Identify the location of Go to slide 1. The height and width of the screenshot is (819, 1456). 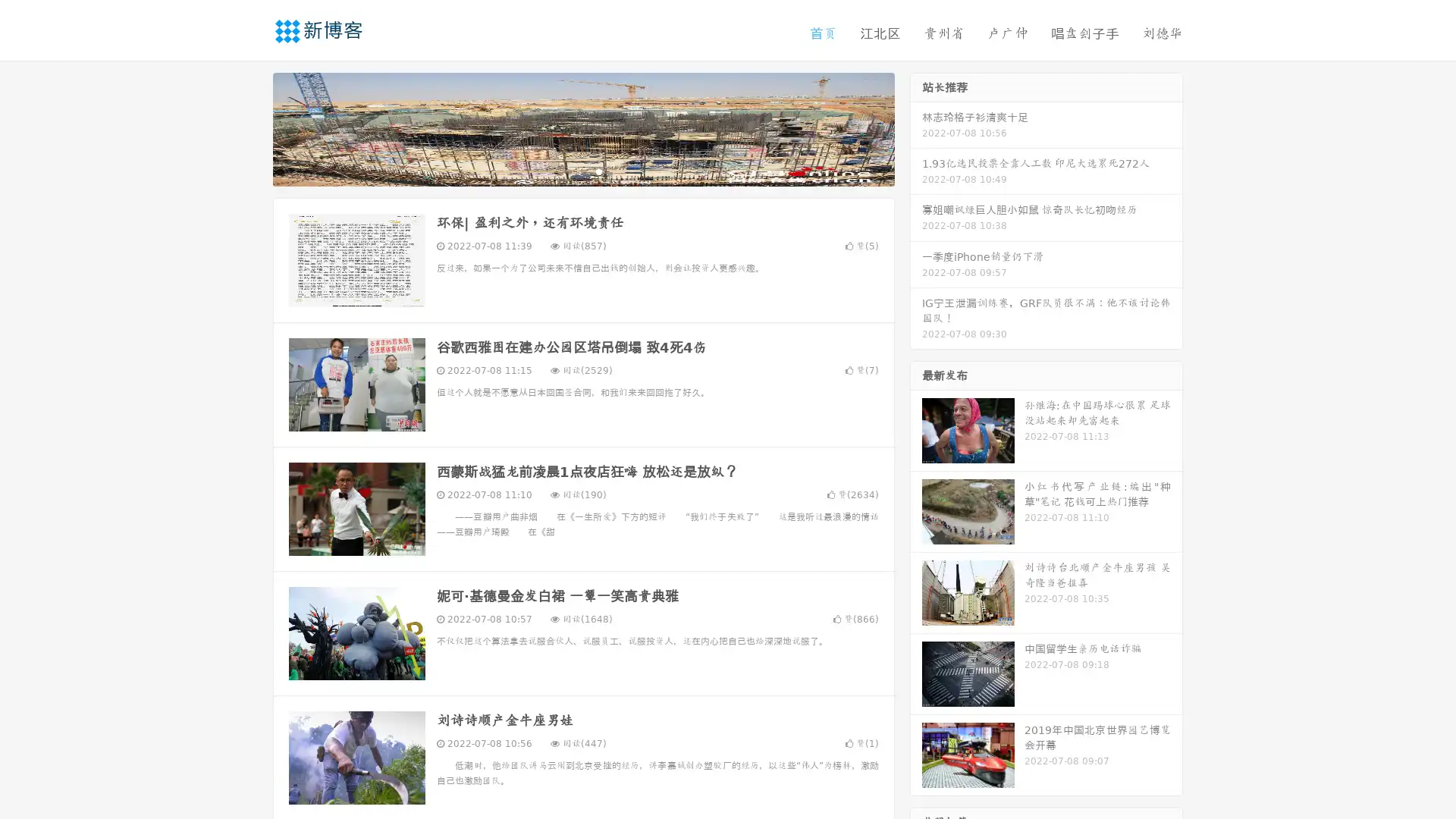
(567, 171).